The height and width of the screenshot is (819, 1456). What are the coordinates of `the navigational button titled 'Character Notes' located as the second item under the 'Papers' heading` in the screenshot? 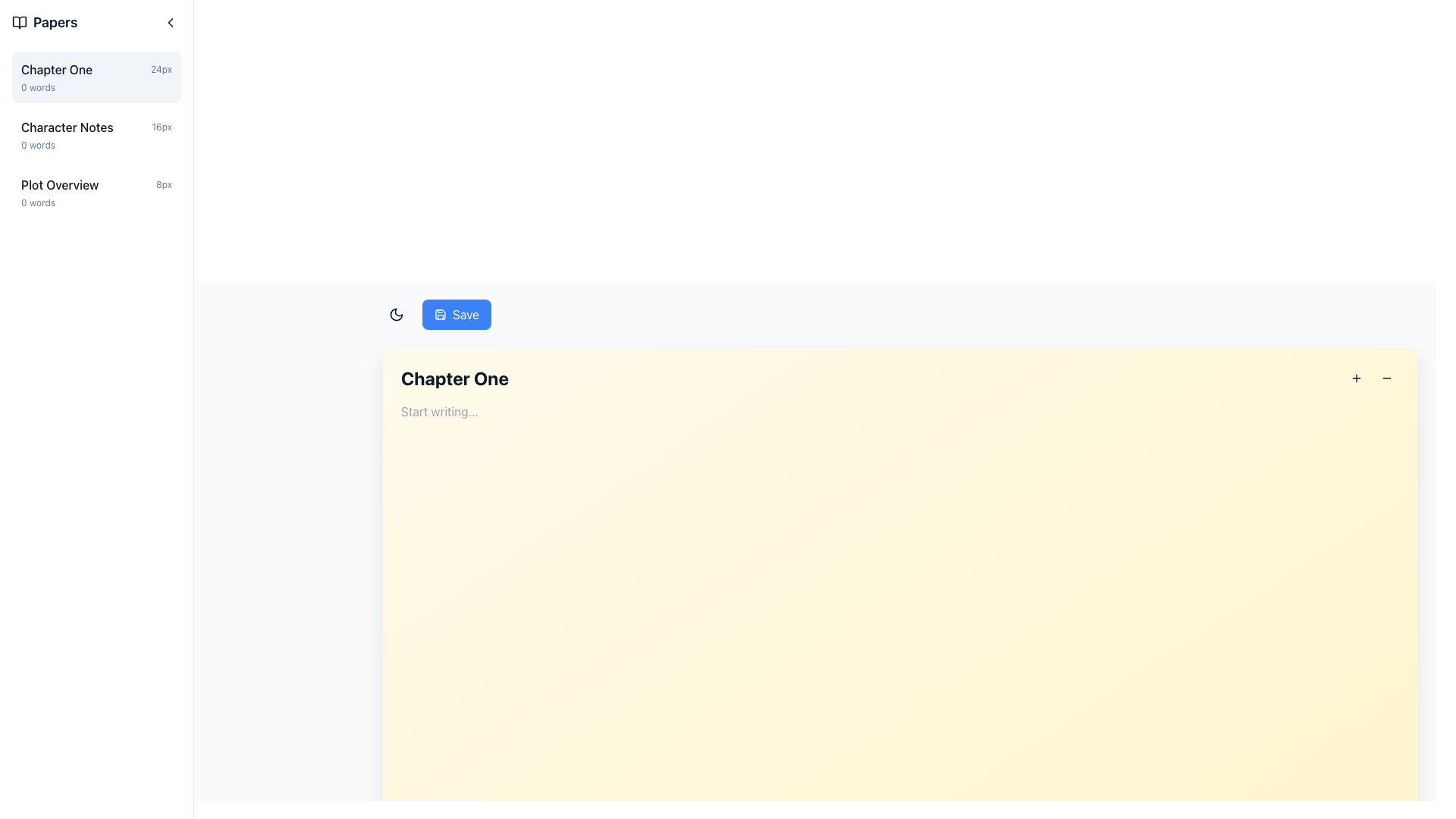 It's located at (96, 133).